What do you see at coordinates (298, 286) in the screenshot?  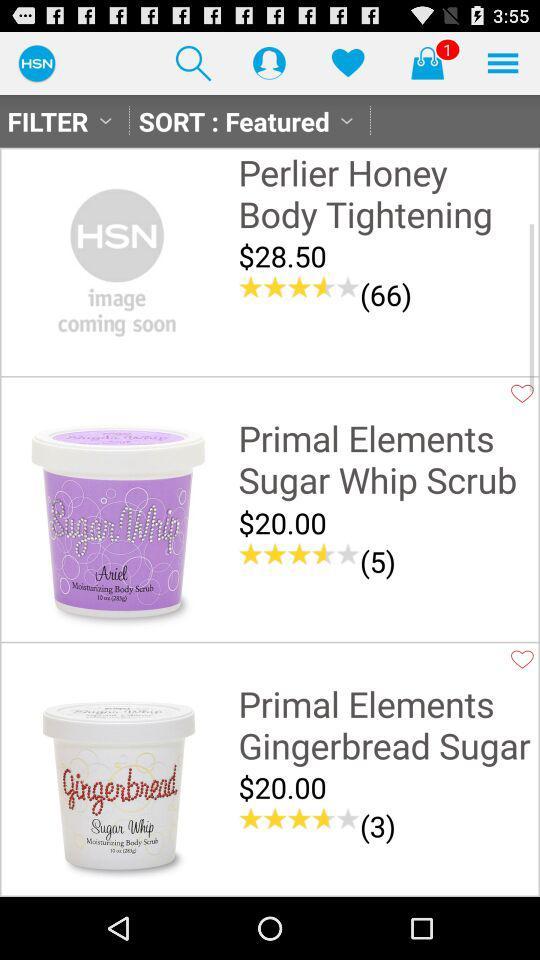 I see `icon to the left of the (66) icon` at bounding box center [298, 286].